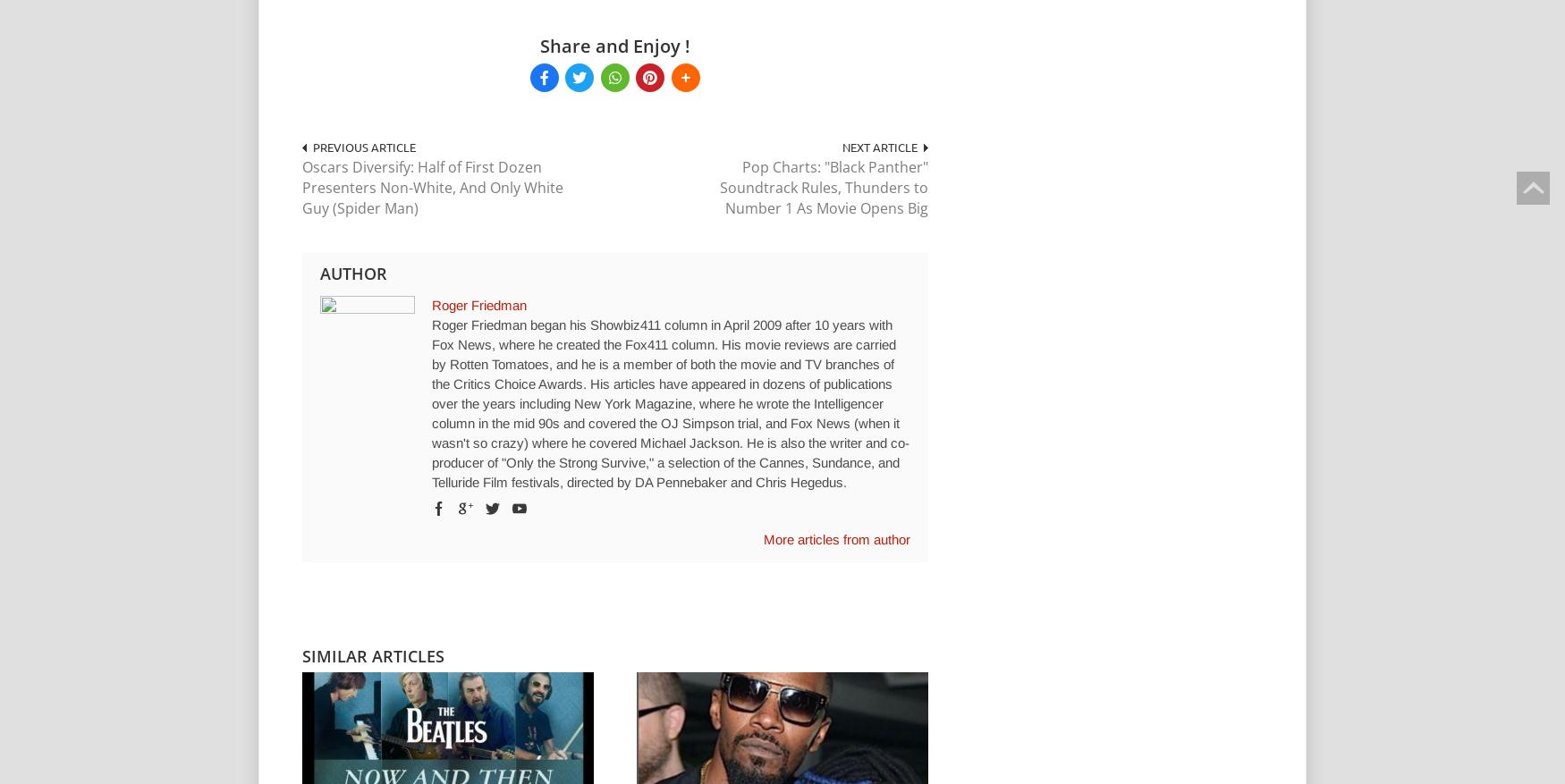 The height and width of the screenshot is (784, 1565). I want to click on 'Share and Enjoy !', so click(539, 45).